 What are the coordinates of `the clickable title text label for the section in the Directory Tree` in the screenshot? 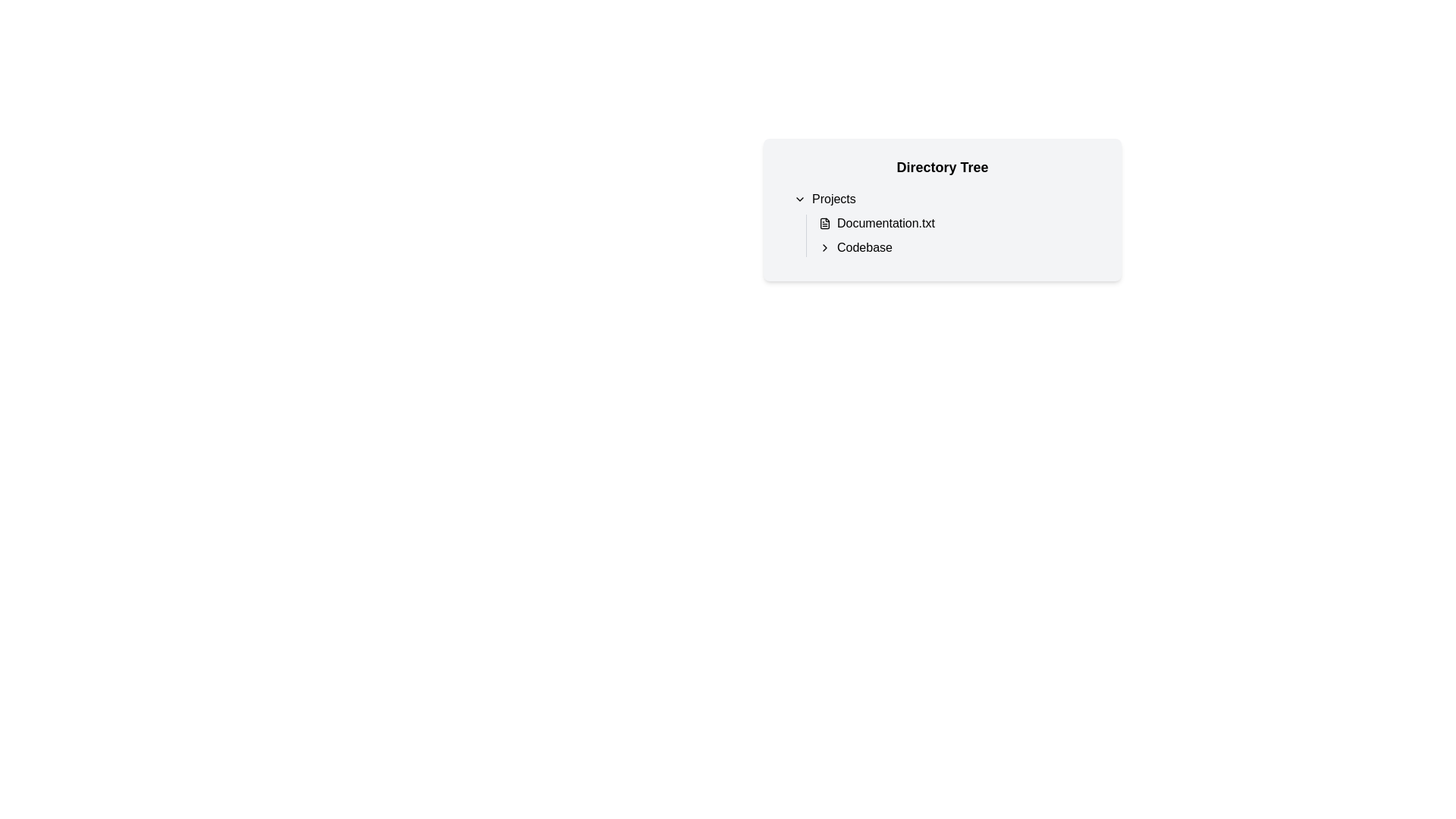 It's located at (833, 198).